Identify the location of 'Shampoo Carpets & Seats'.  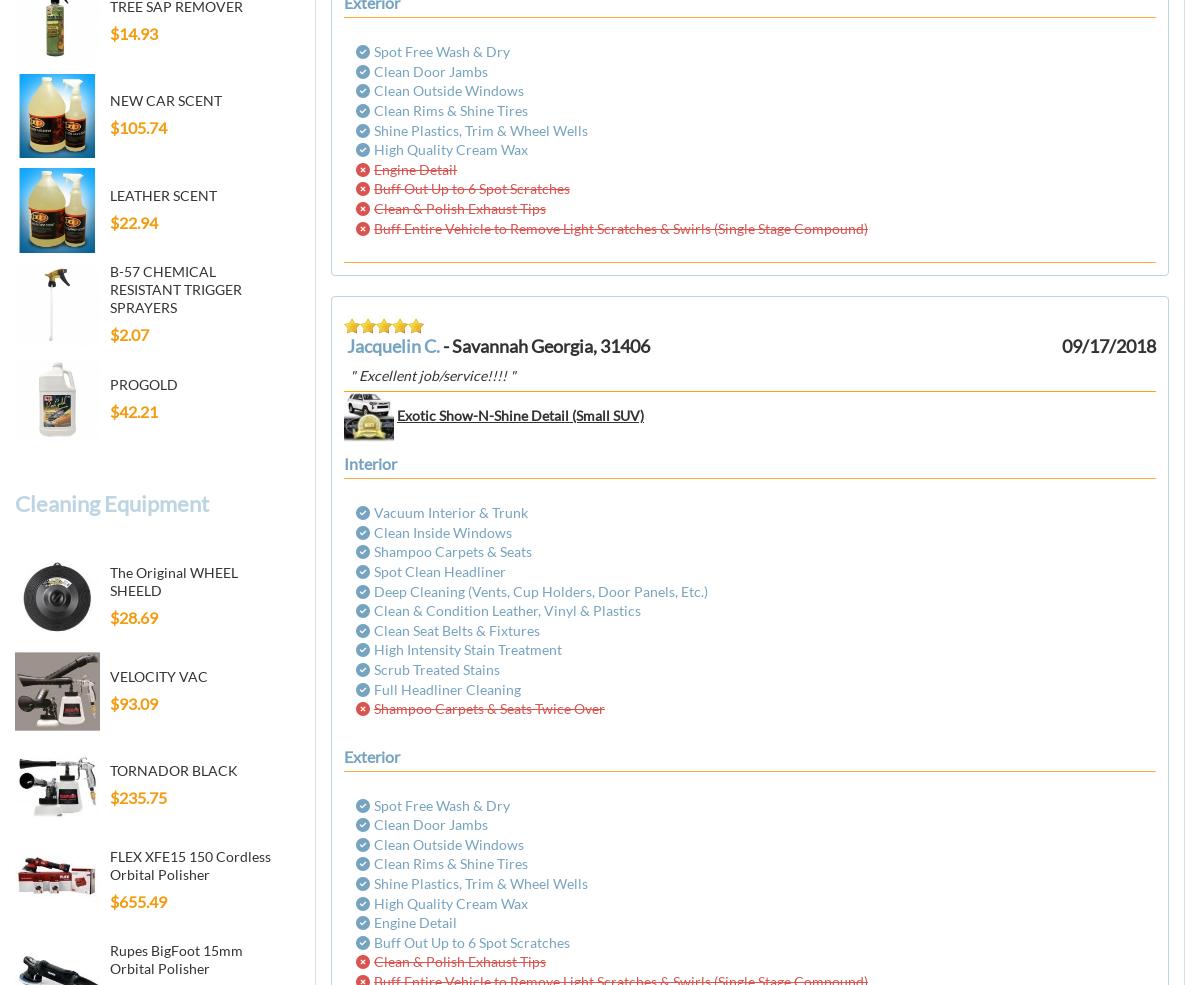
(452, 551).